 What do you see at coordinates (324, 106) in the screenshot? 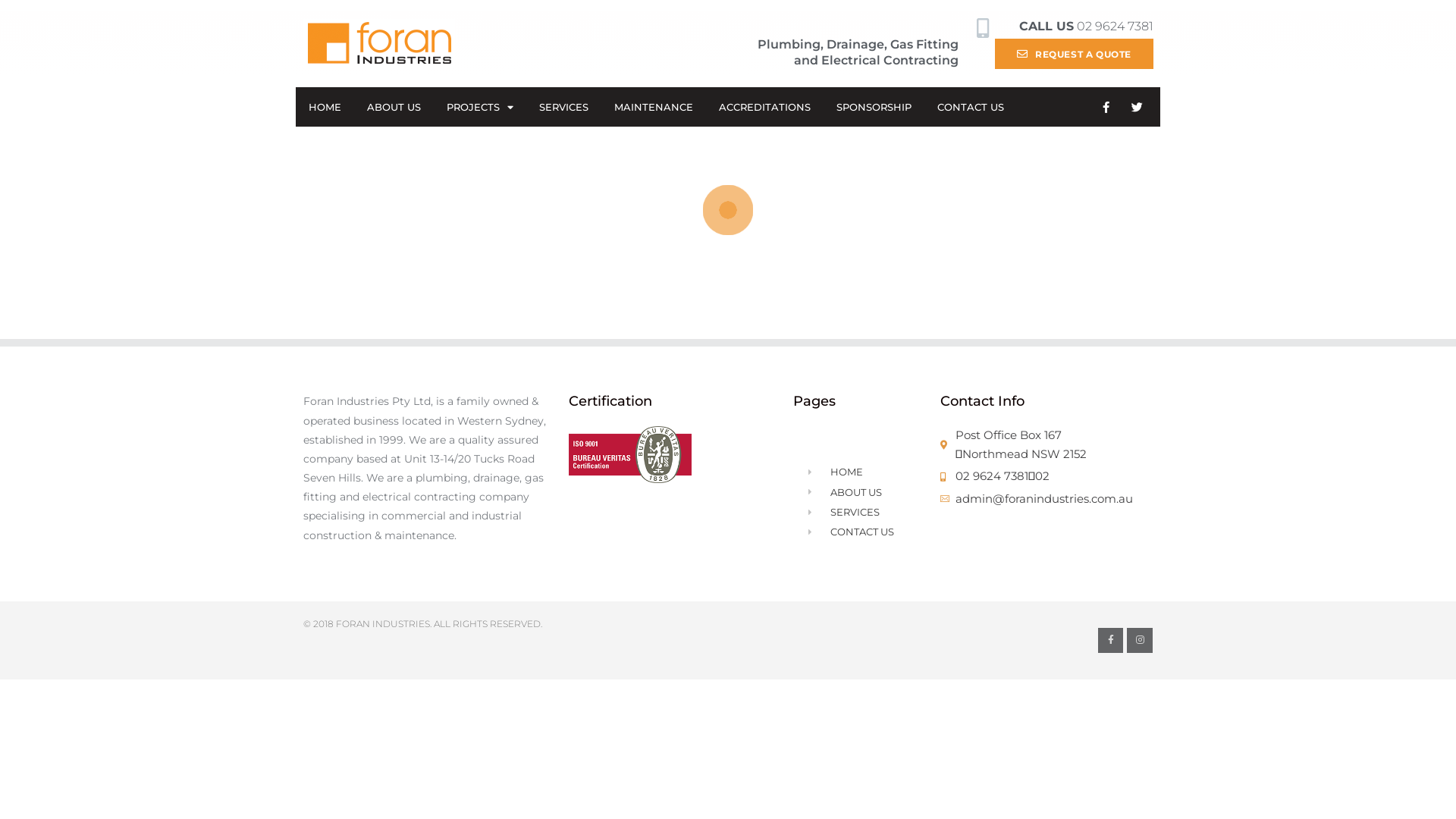
I see `'HOME'` at bounding box center [324, 106].